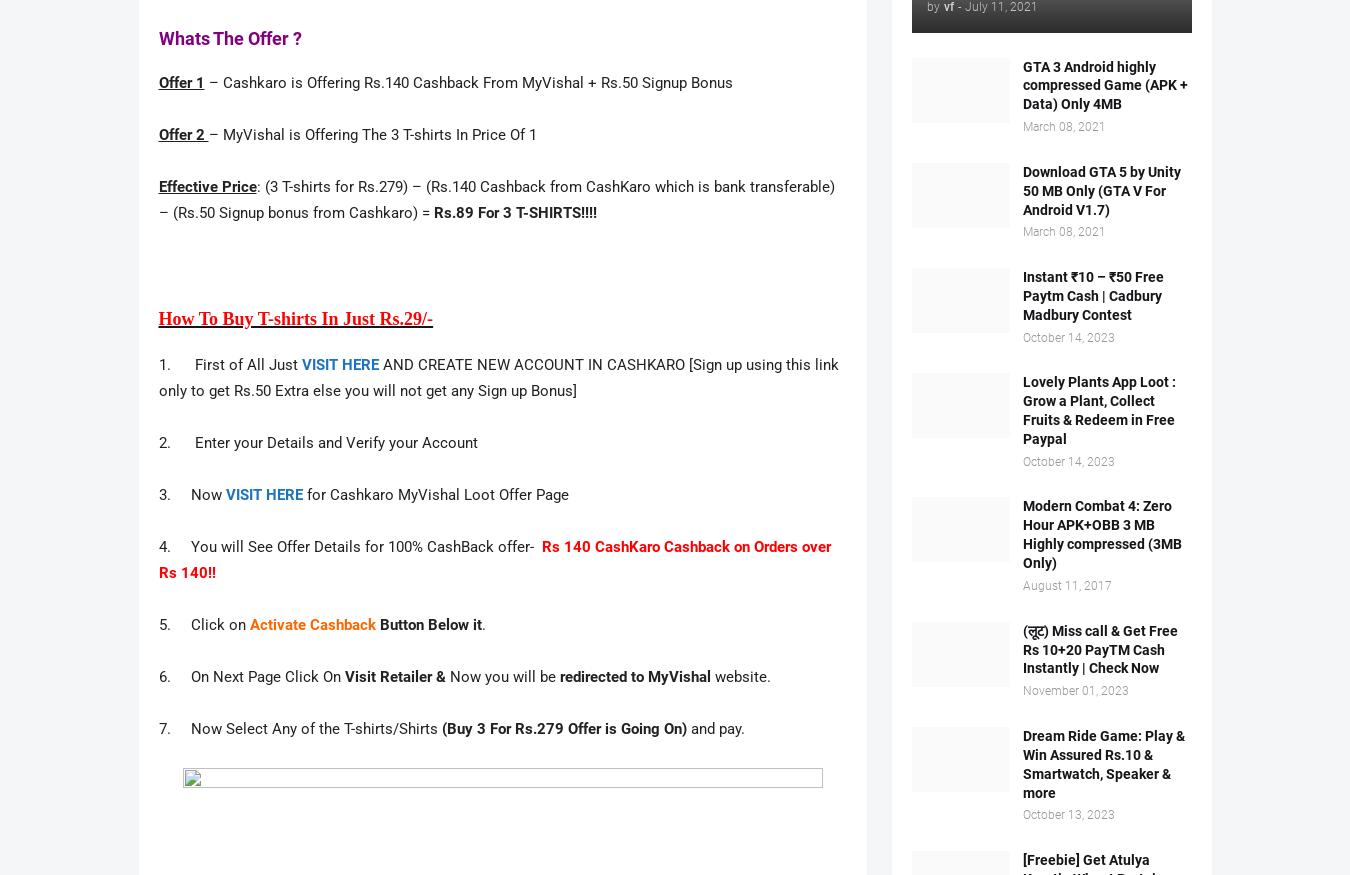 The image size is (1350, 875). Describe the element at coordinates (206, 185) in the screenshot. I see `'Effective Price'` at that location.